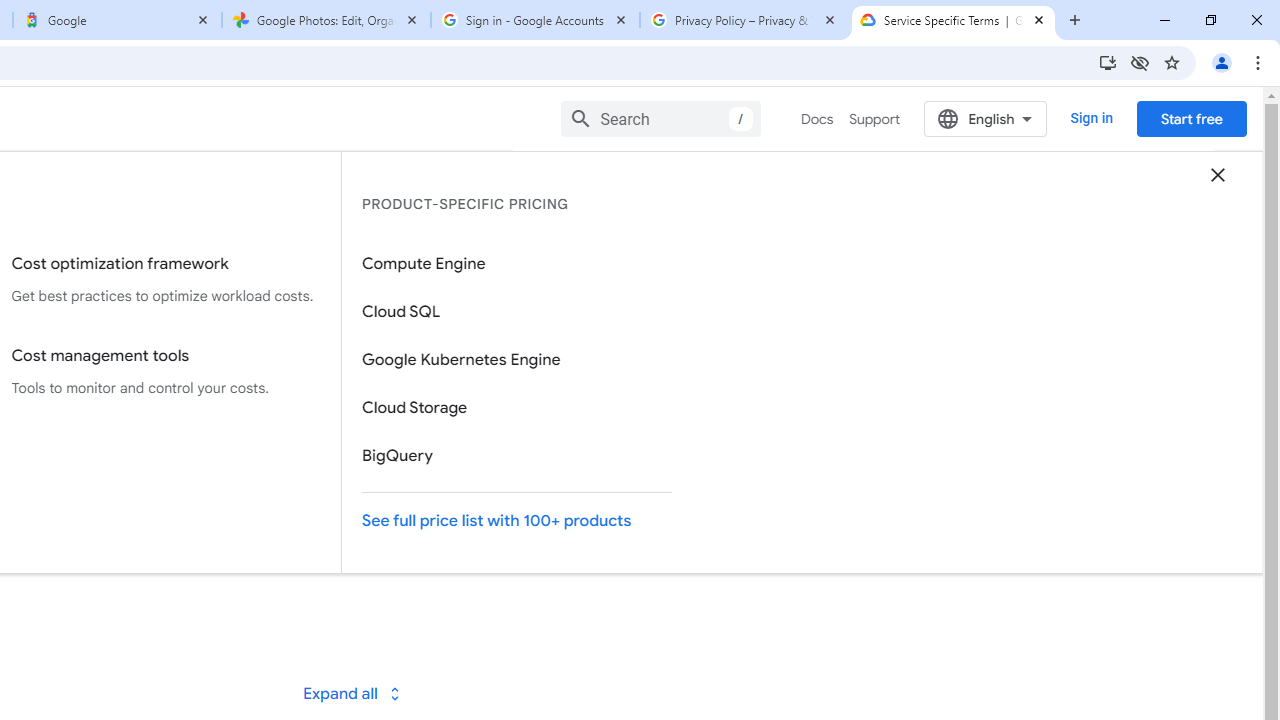 The height and width of the screenshot is (720, 1280). What do you see at coordinates (1191, 118) in the screenshot?
I see `'Start free'` at bounding box center [1191, 118].